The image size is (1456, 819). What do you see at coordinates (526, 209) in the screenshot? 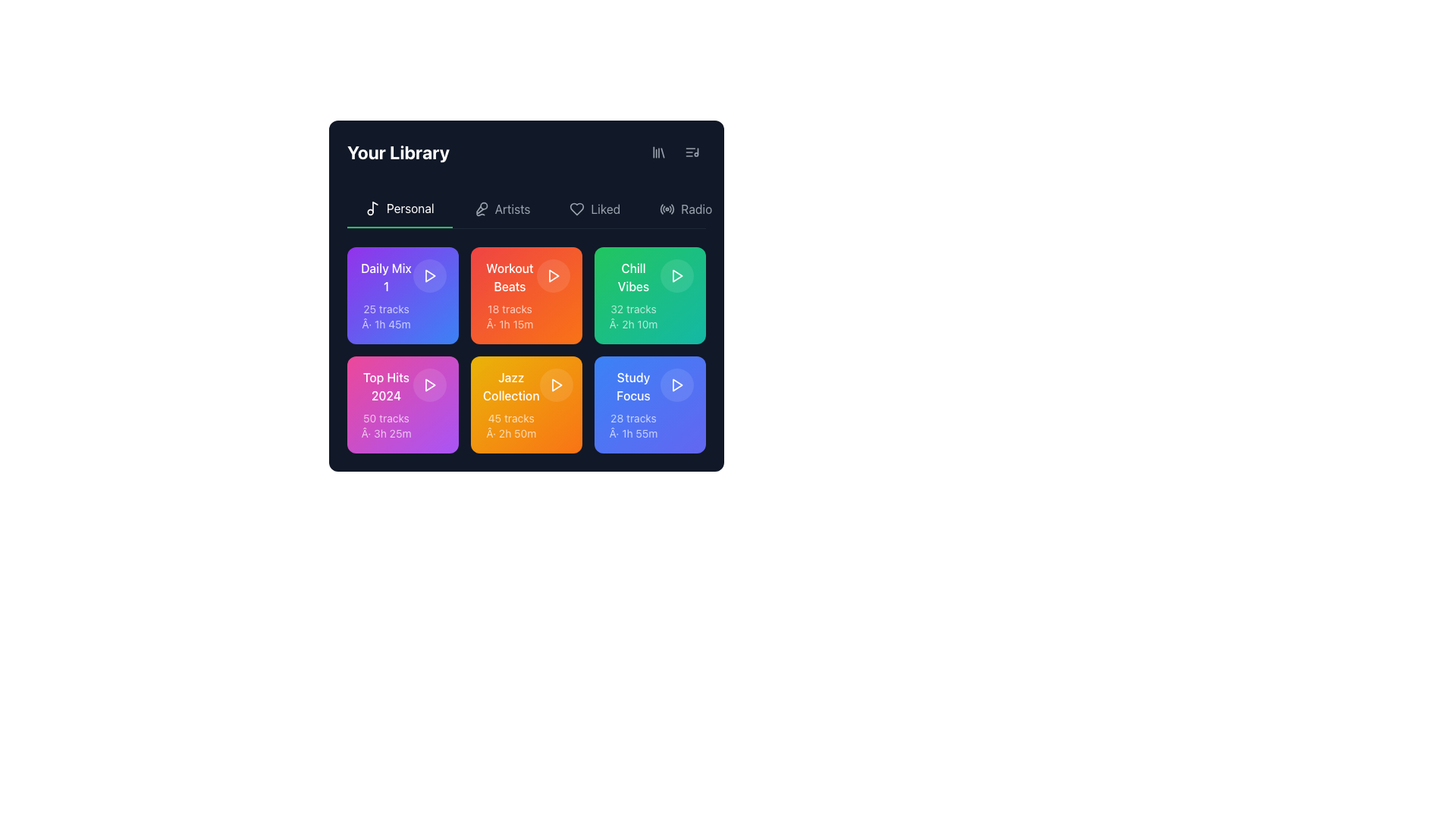
I see `the 'Artists' tab button, which features gray text that turns white on hover and includes a microphone icon on the left. It is the second tab in the navigation row below 'Your Library.'` at bounding box center [526, 209].